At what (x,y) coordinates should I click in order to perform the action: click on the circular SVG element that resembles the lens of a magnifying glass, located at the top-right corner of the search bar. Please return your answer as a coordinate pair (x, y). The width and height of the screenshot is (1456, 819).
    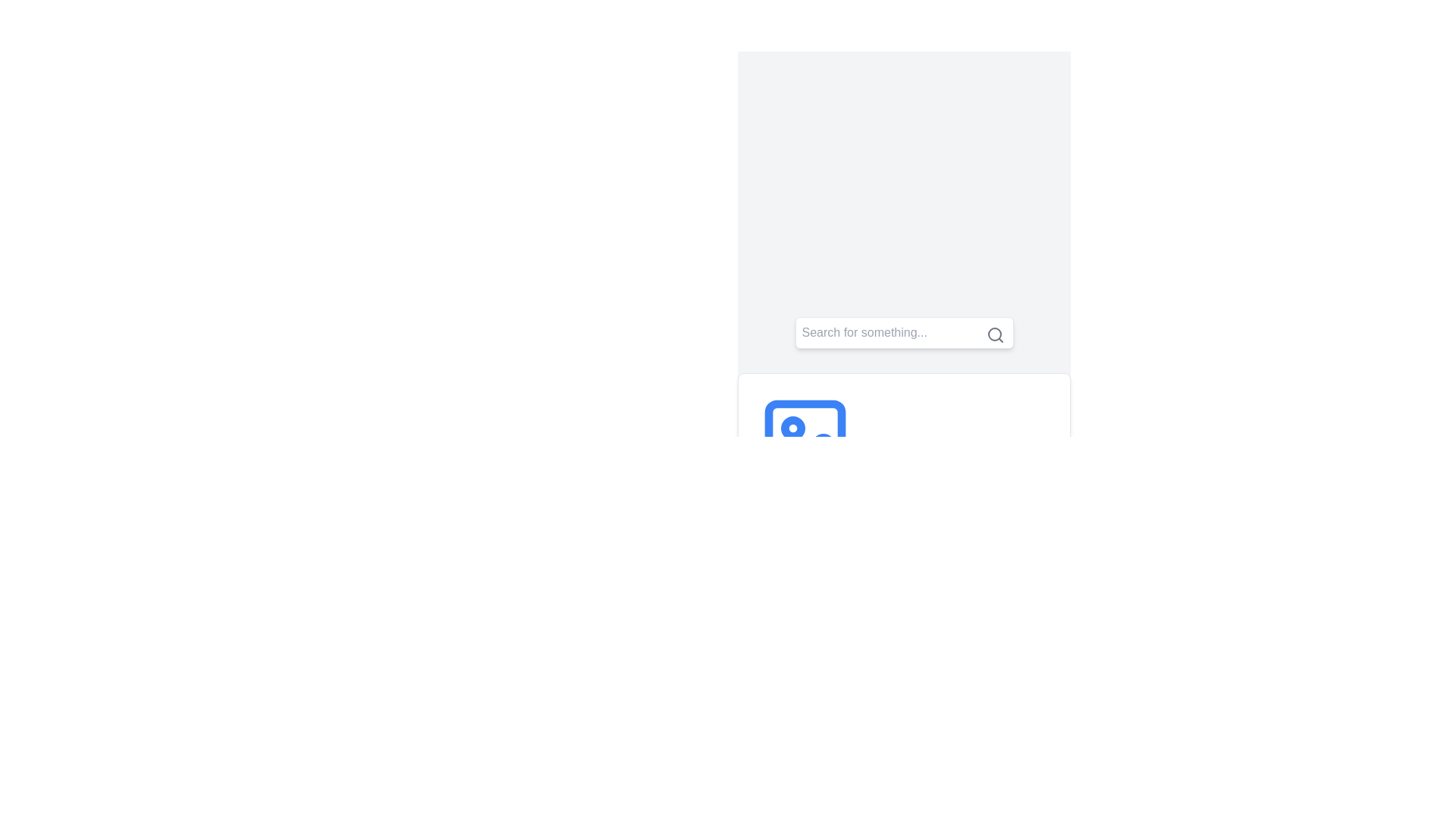
    Looking at the image, I should click on (994, 333).